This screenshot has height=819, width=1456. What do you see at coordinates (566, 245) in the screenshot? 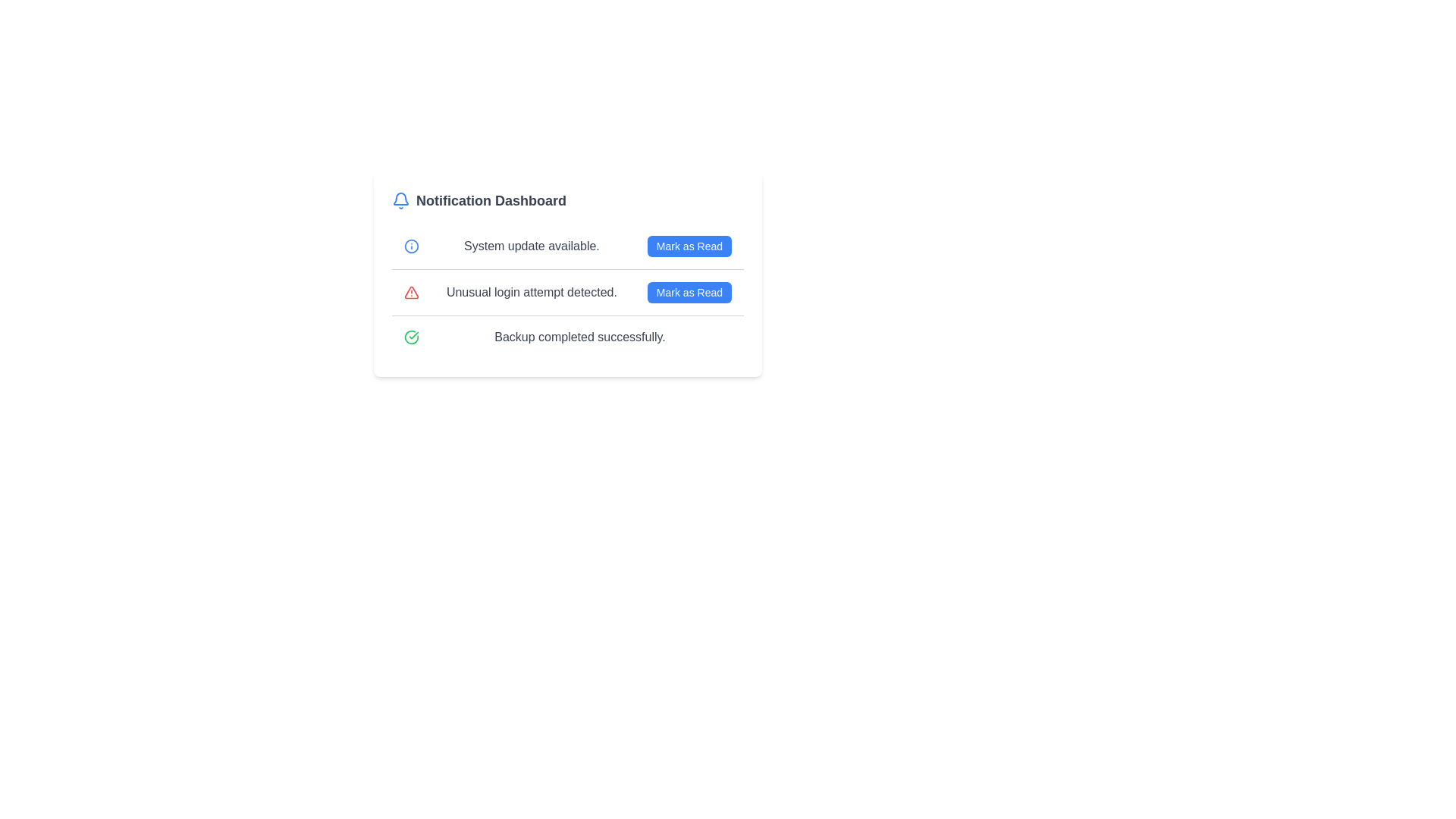
I see `the first notification row below the 'Notification Dashboard' header to obtain further context` at bounding box center [566, 245].